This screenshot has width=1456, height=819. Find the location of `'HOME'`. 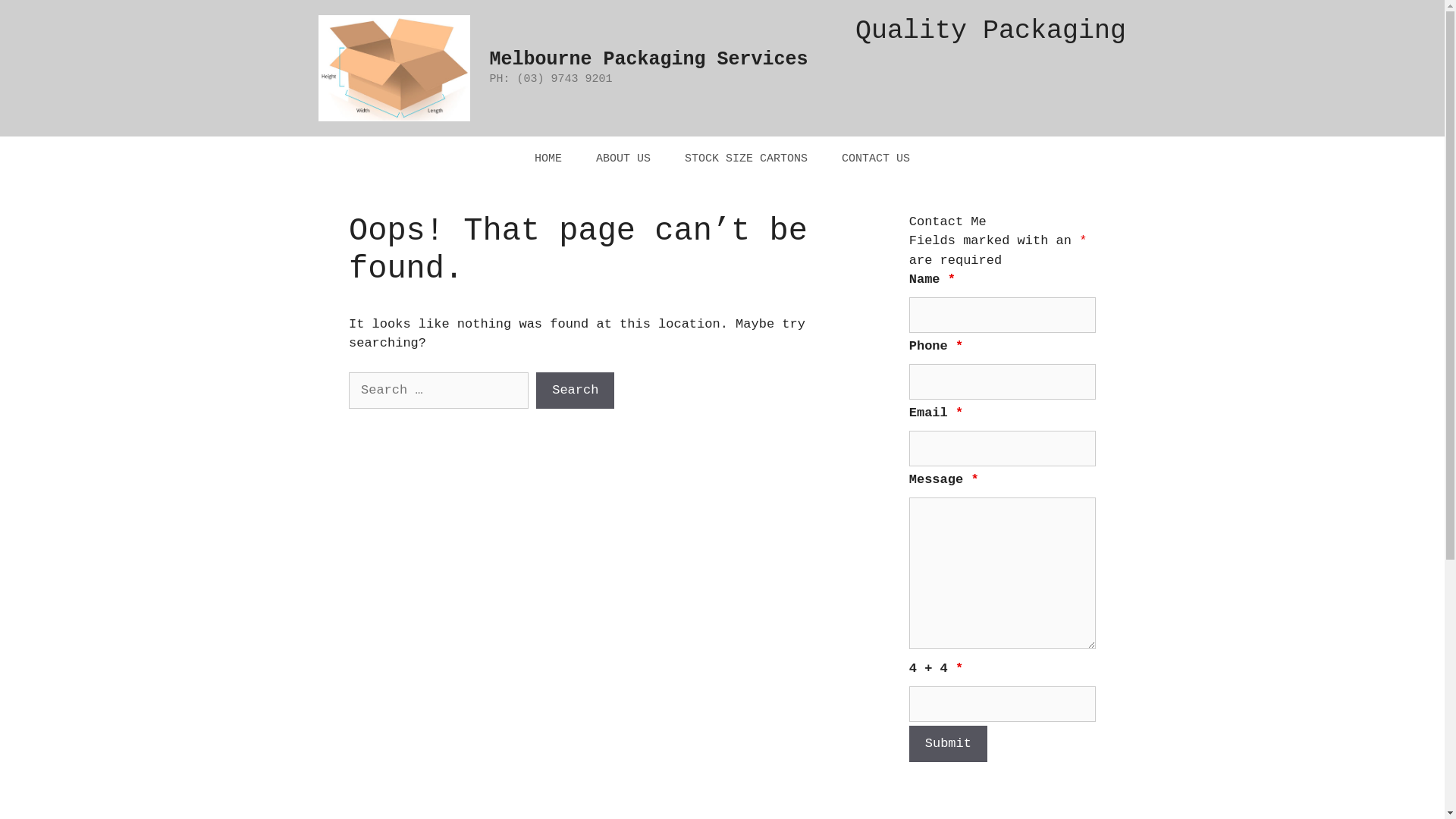

'HOME' is located at coordinates (548, 158).